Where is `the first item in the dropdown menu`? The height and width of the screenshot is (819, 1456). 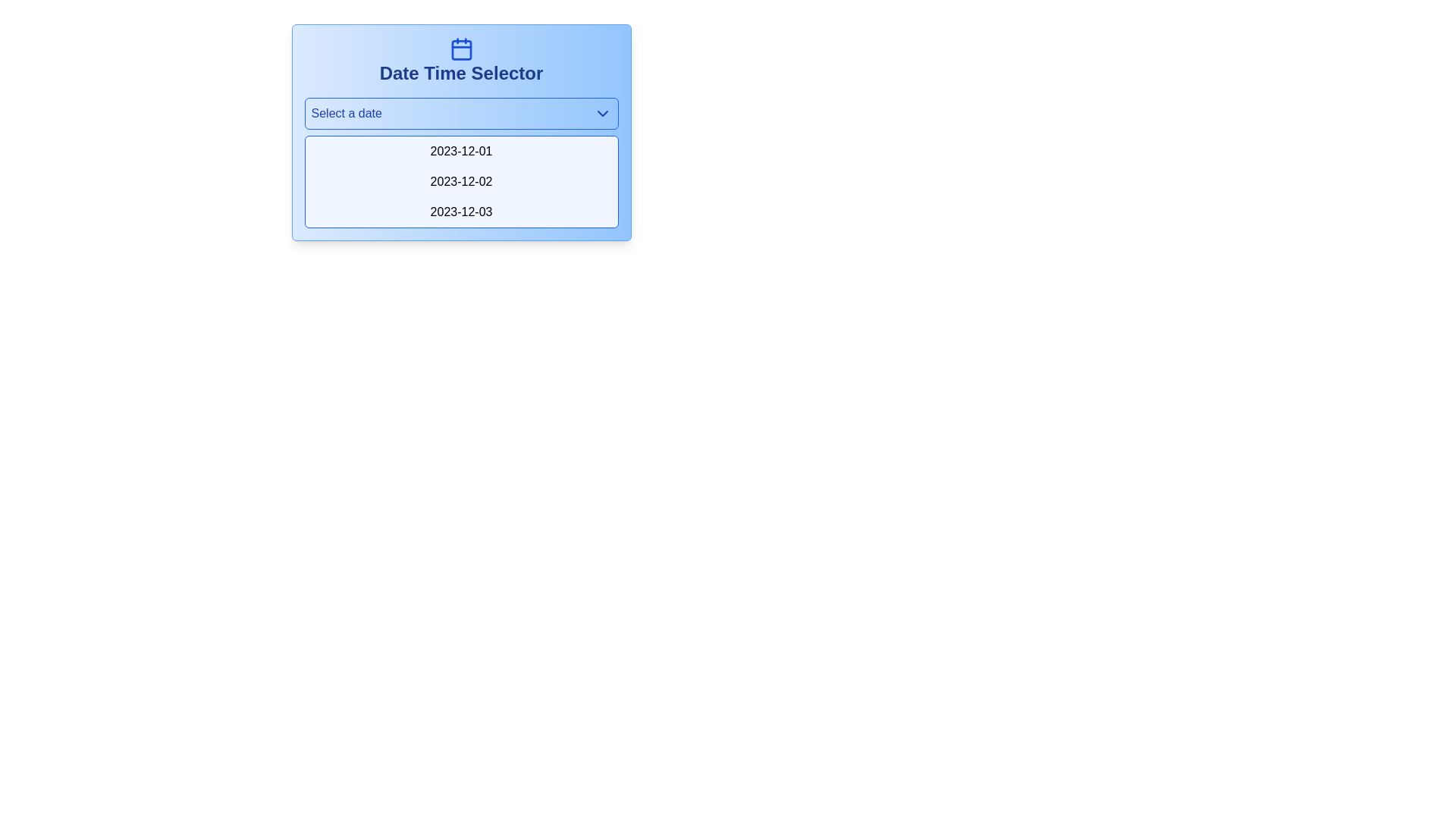 the first item in the dropdown menu is located at coordinates (460, 152).